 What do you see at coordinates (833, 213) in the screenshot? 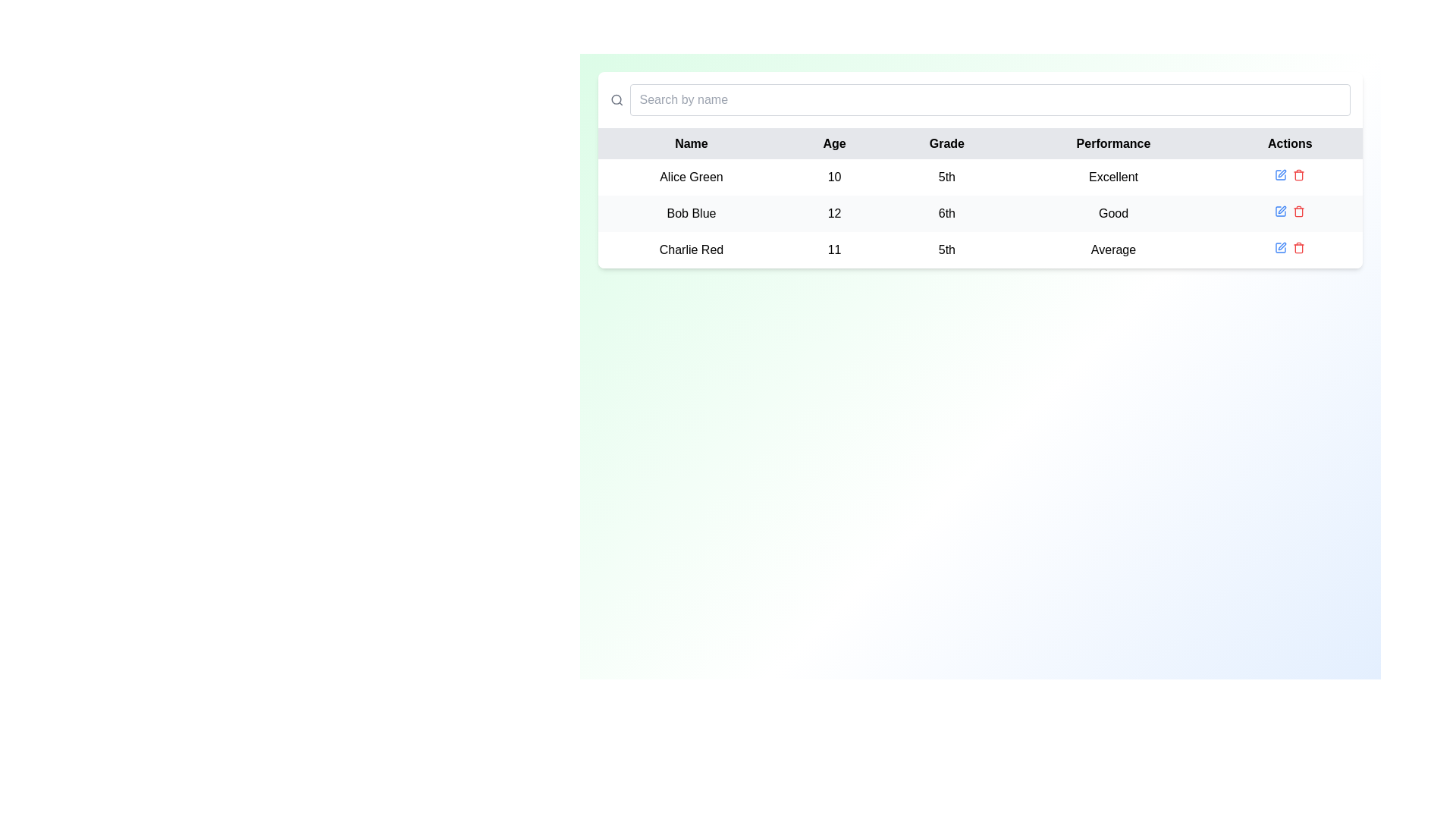
I see `the table cell displaying the age '12' for individual 'Bob Blue', located in the second row and second column of the table` at bounding box center [833, 213].